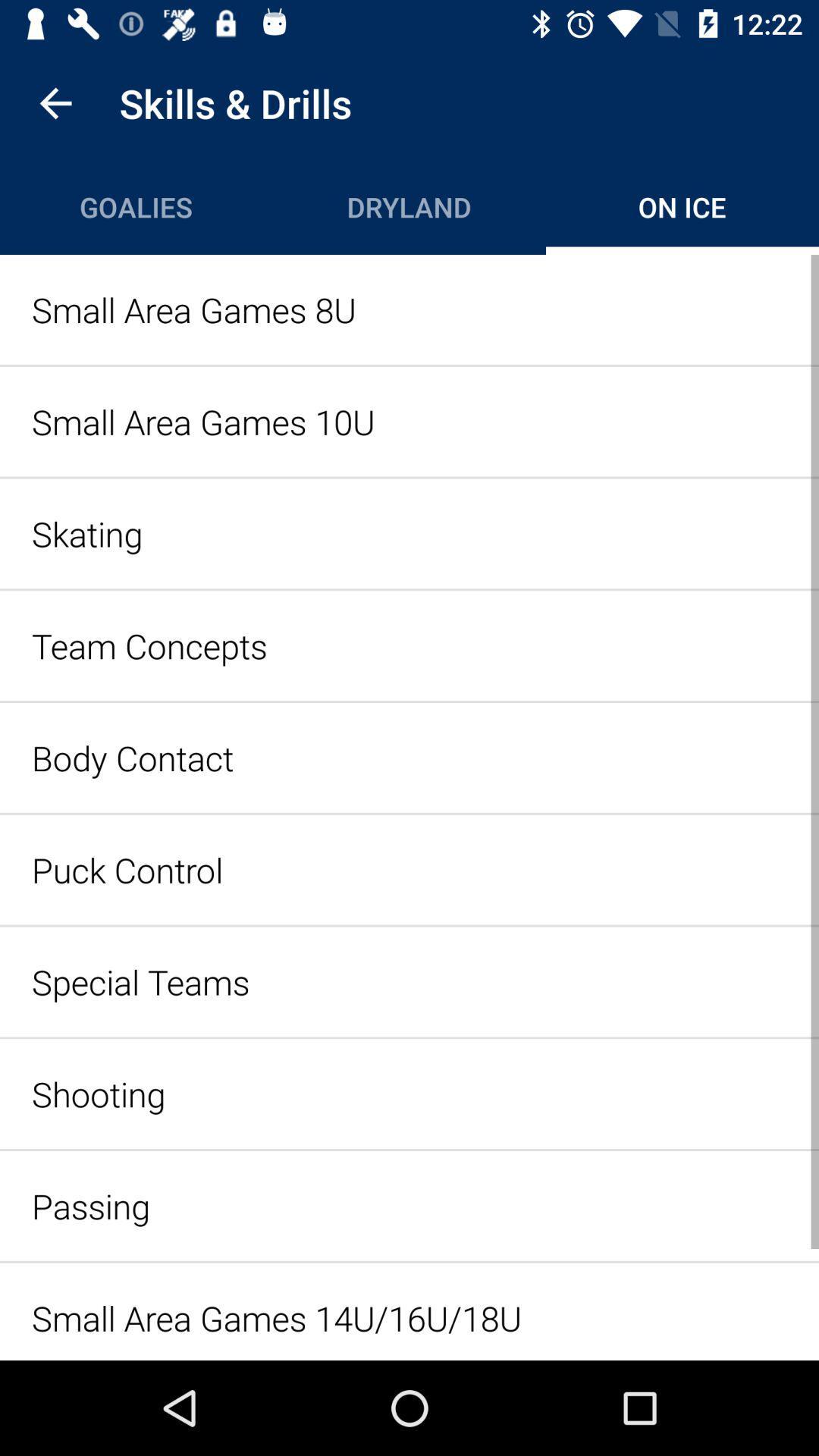 This screenshot has width=819, height=1456. Describe the element at coordinates (409, 1205) in the screenshot. I see `icon below shooting icon` at that location.